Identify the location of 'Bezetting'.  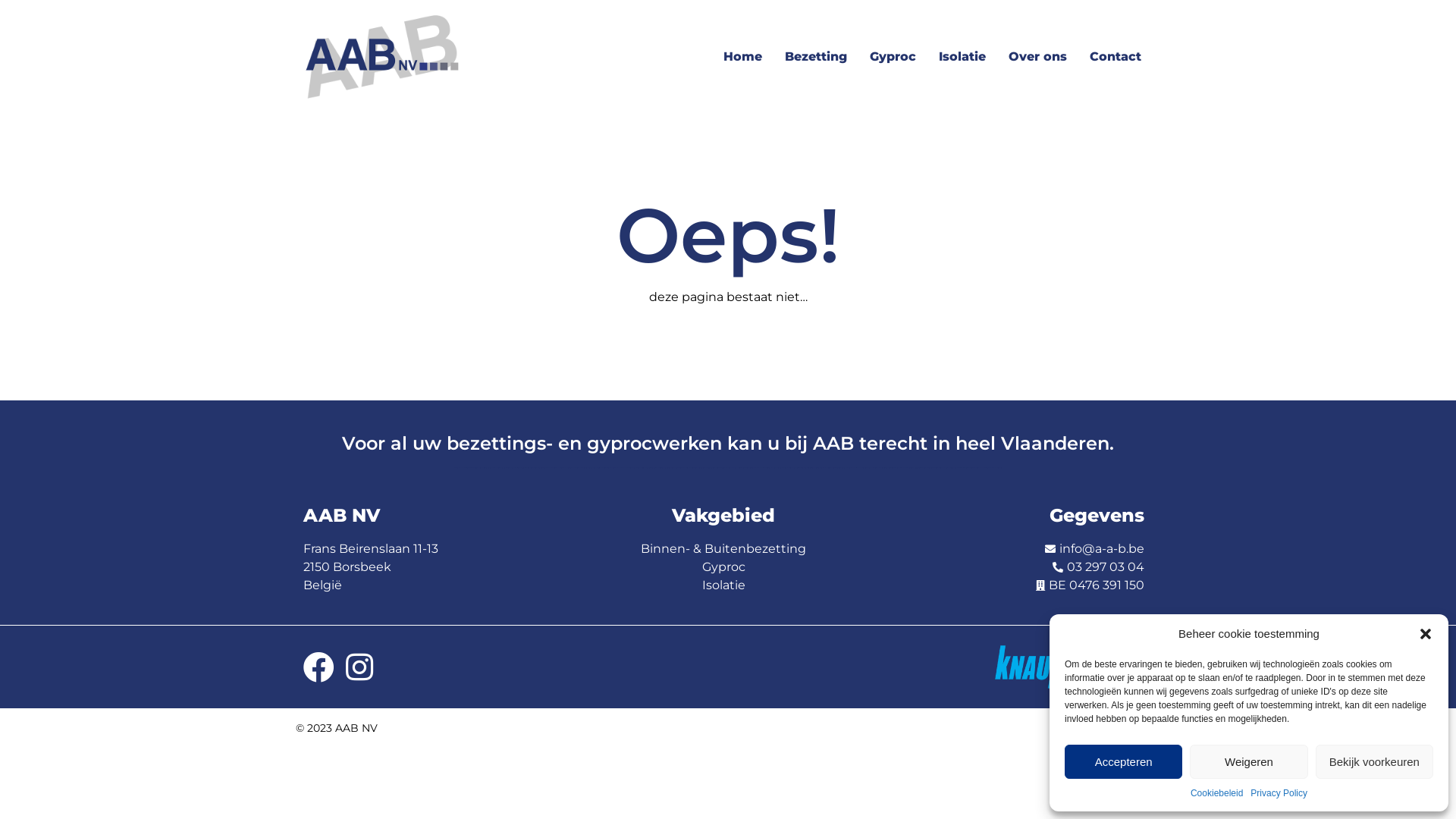
(814, 55).